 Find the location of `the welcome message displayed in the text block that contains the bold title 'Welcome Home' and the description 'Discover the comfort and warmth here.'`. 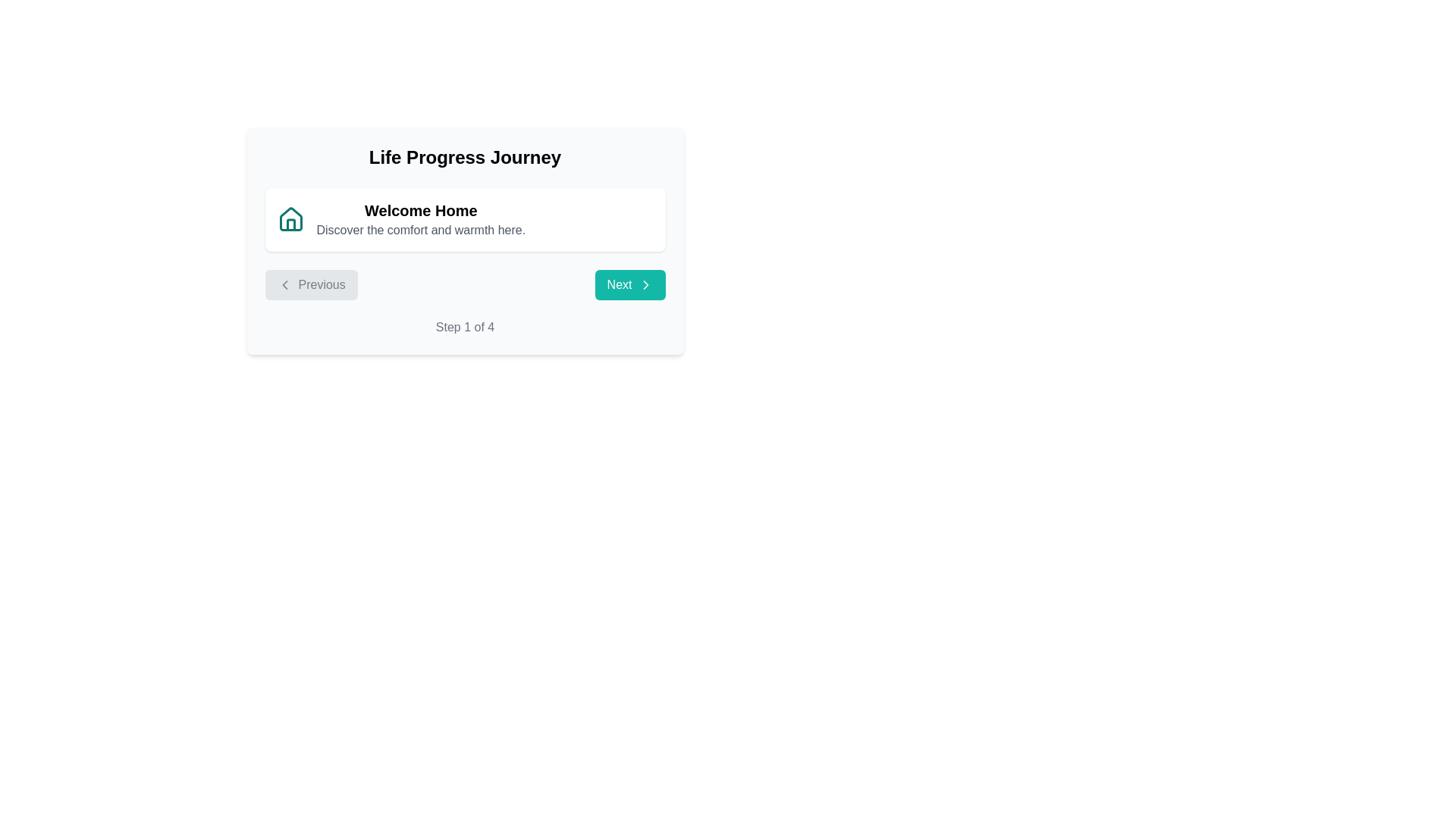

the welcome message displayed in the text block that contains the bold title 'Welcome Home' and the description 'Discover the comfort and warmth here.' is located at coordinates (421, 219).